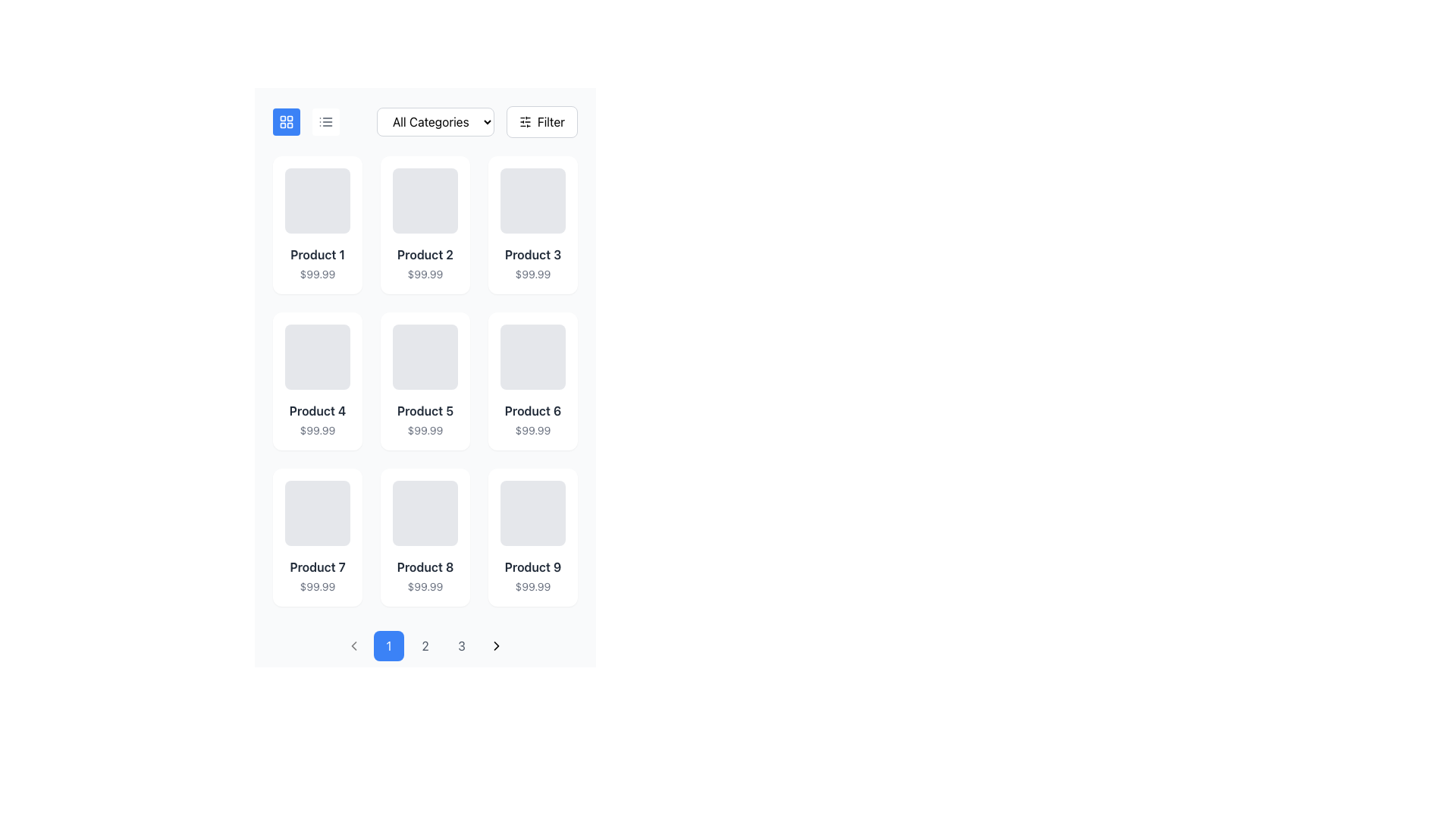  Describe the element at coordinates (532, 356) in the screenshot. I see `the image placeholder located at the top of the 'Product 6 $99.99' card, which serves as a visual placeholder for an image or graphic` at that location.